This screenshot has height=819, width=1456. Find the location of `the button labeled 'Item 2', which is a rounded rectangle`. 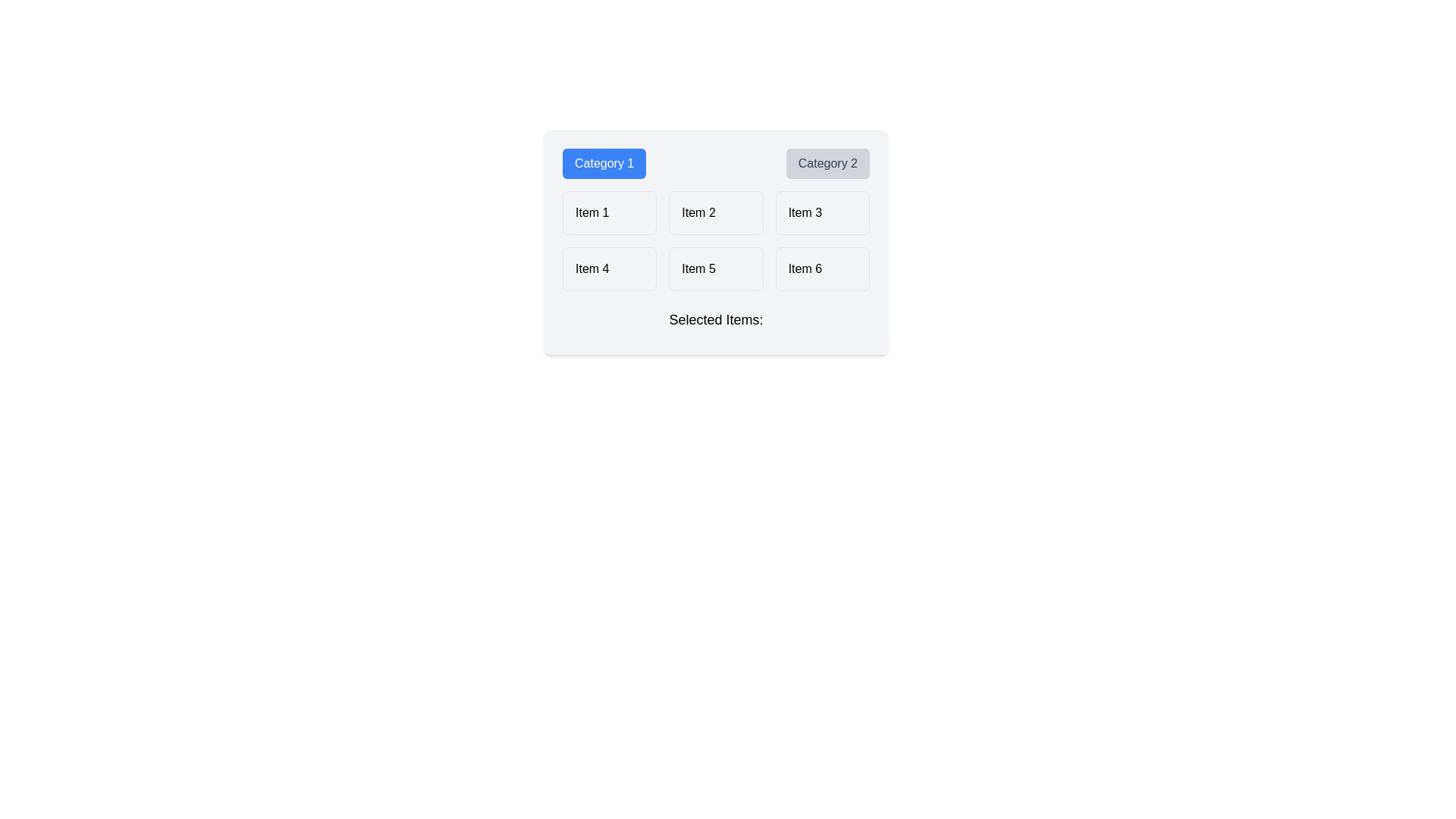

the button labeled 'Item 2', which is a rounded rectangle is located at coordinates (715, 213).